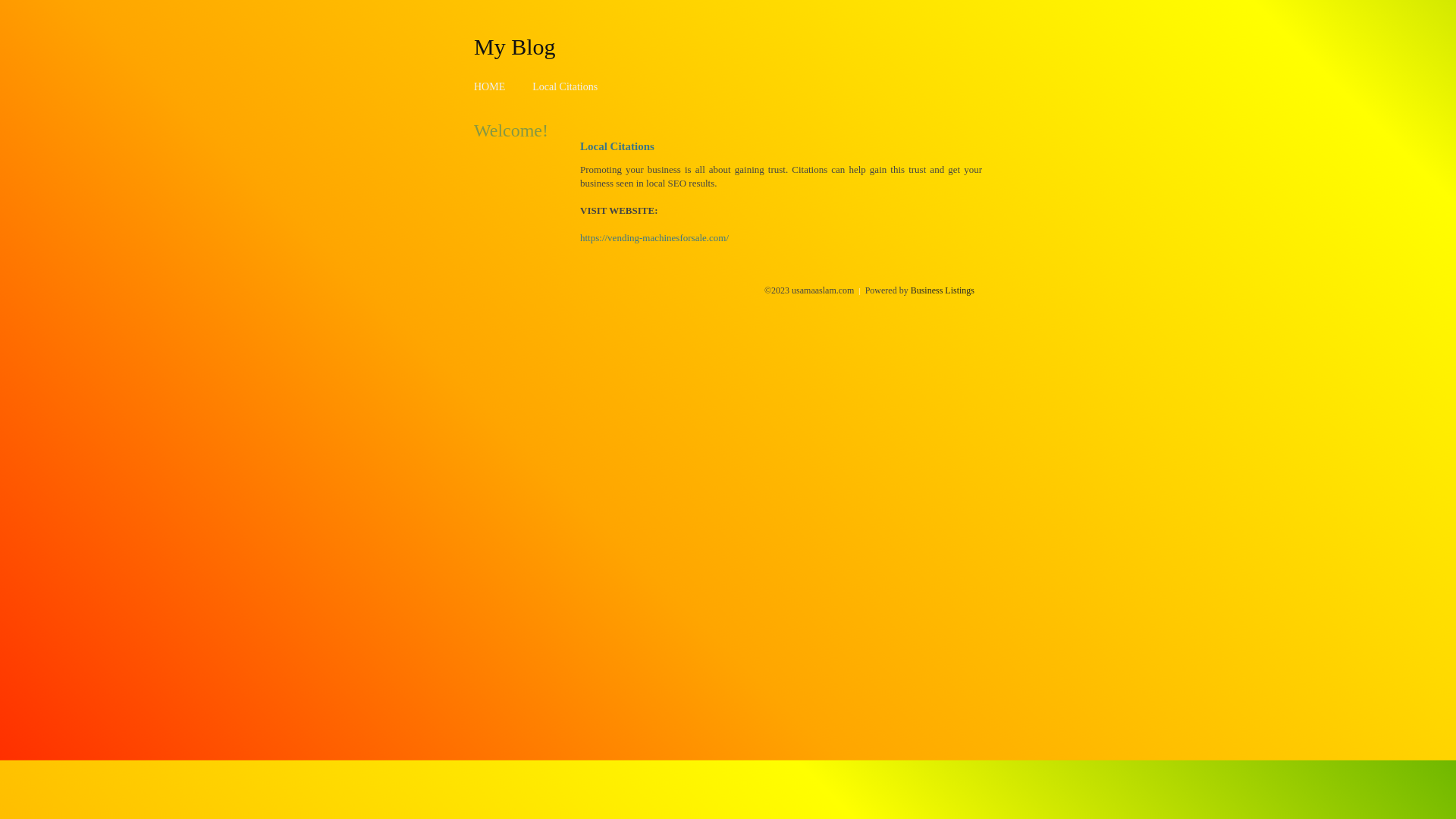 This screenshot has width=1456, height=819. What do you see at coordinates (489, 86) in the screenshot?
I see `'HOME'` at bounding box center [489, 86].